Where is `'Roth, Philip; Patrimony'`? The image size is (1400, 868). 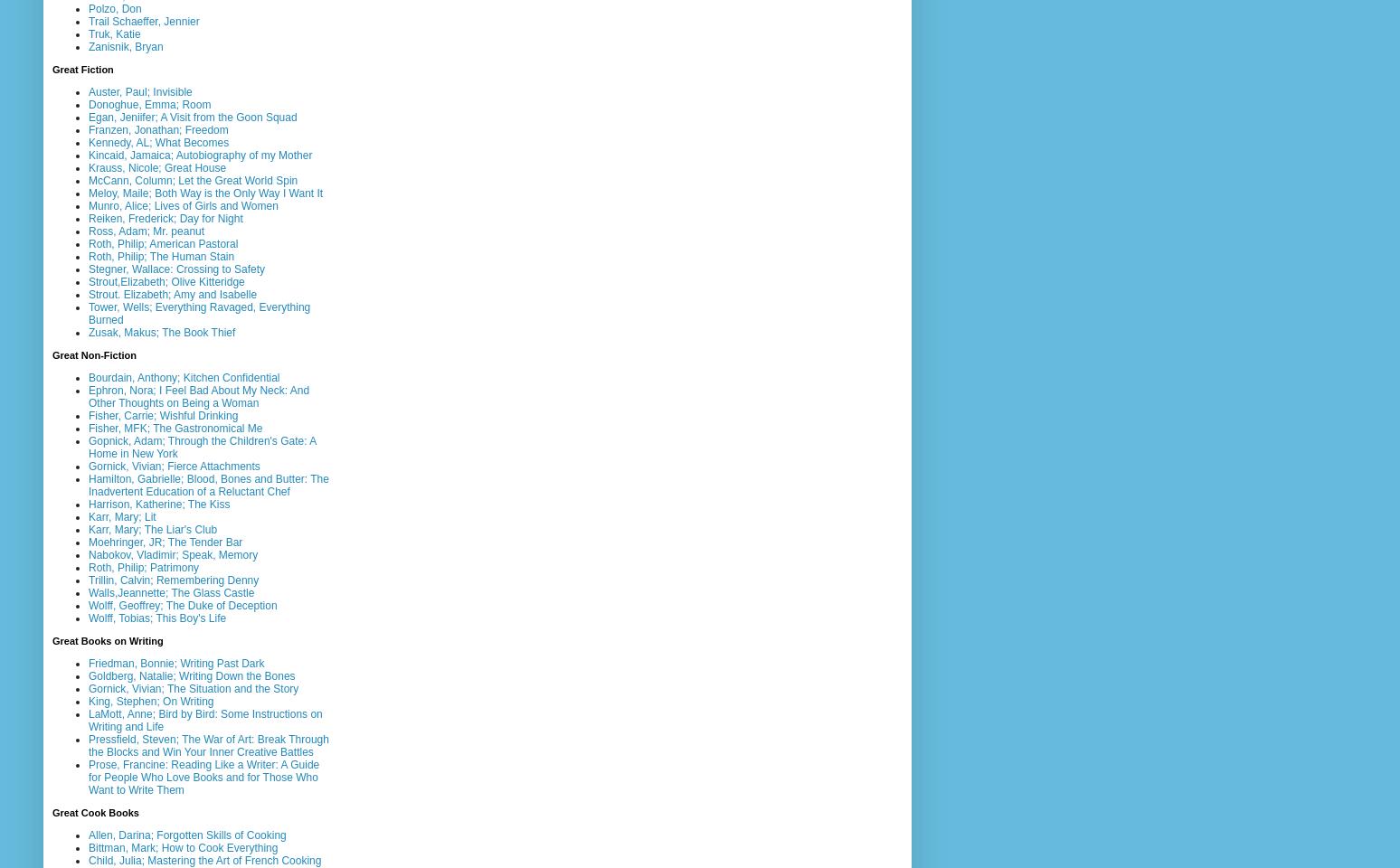 'Roth, Philip; Patrimony' is located at coordinates (87, 565).